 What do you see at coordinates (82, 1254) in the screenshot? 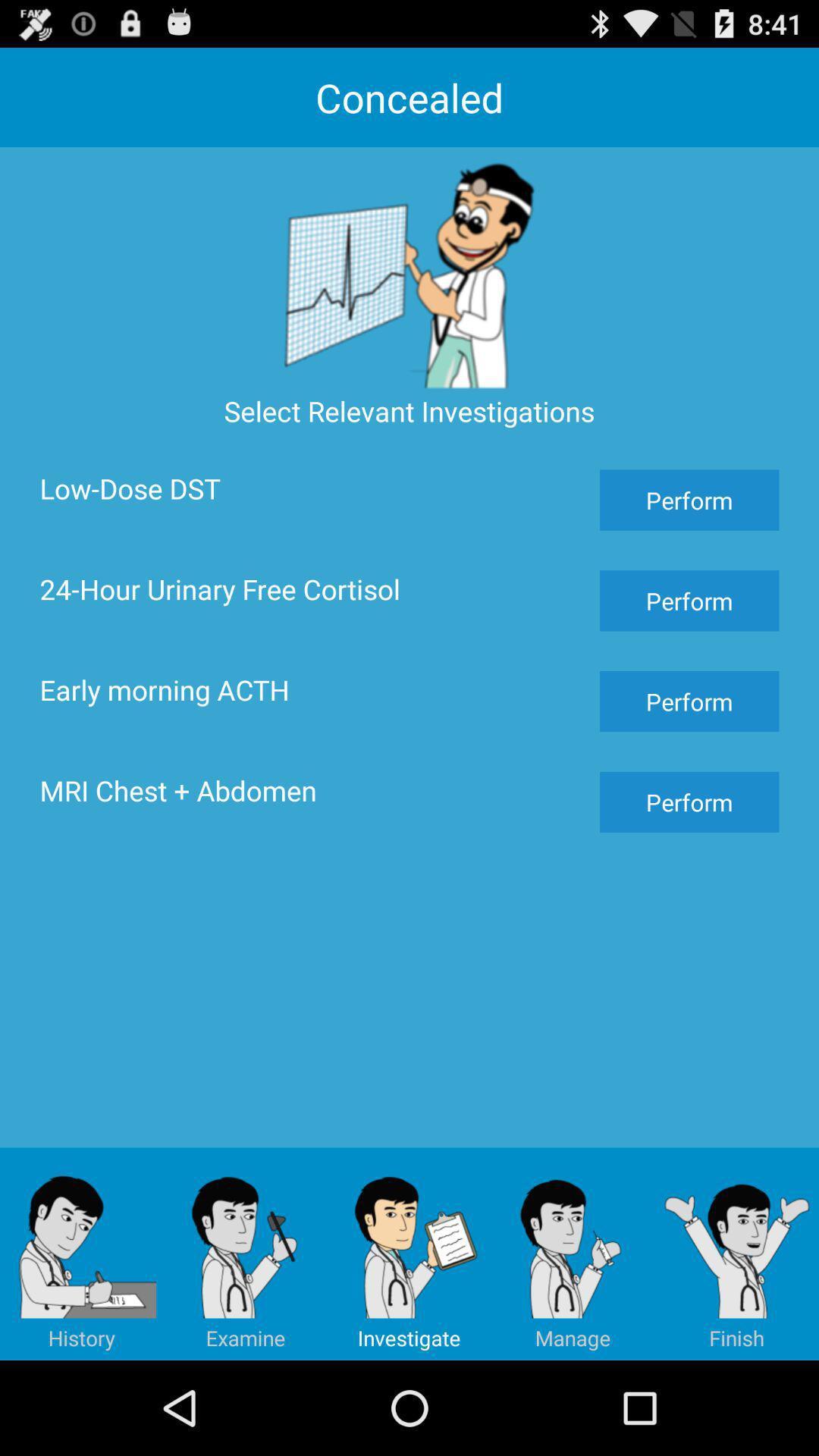
I see `item below the mri chest + abdomen icon` at bounding box center [82, 1254].